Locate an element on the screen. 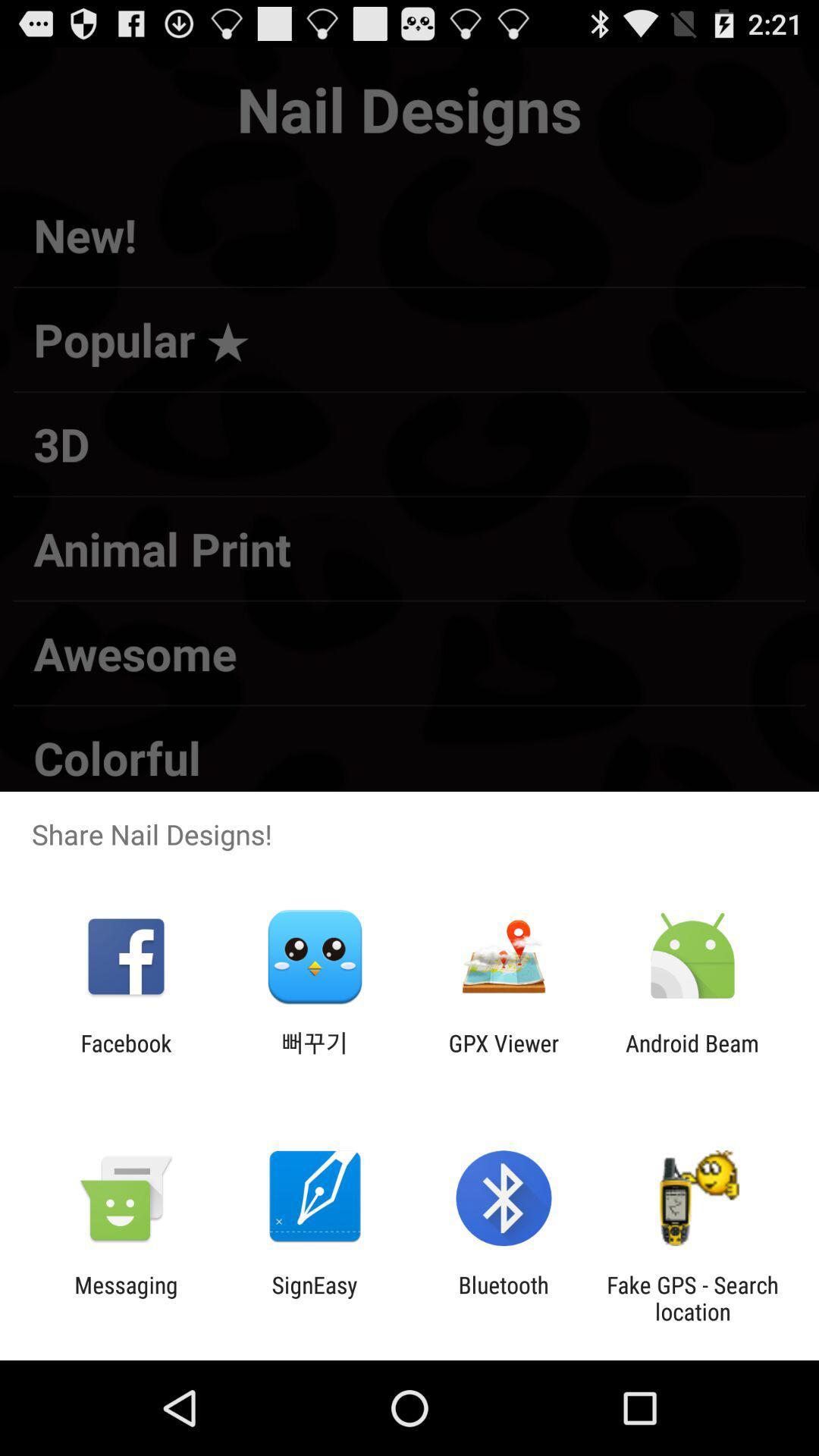  icon to the left of the bluetooth is located at coordinates (314, 1298).